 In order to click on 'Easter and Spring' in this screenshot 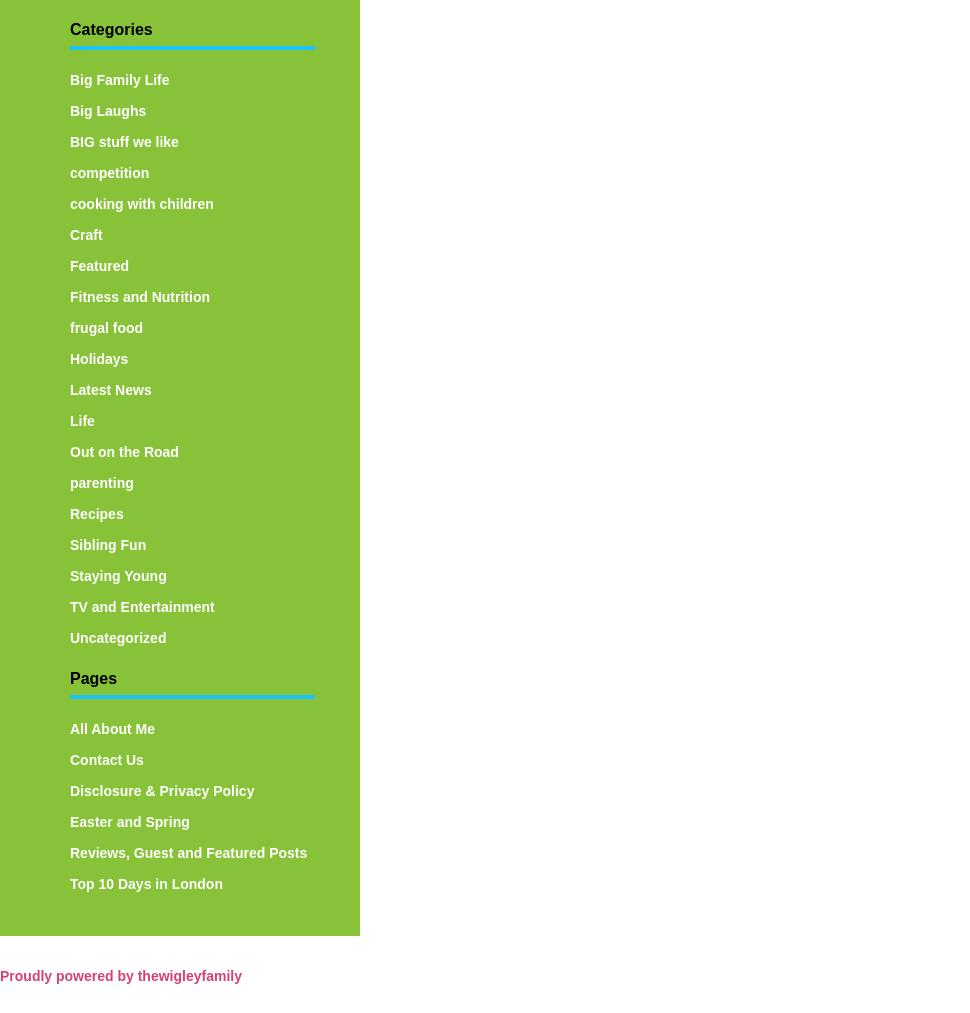, I will do `click(129, 820)`.